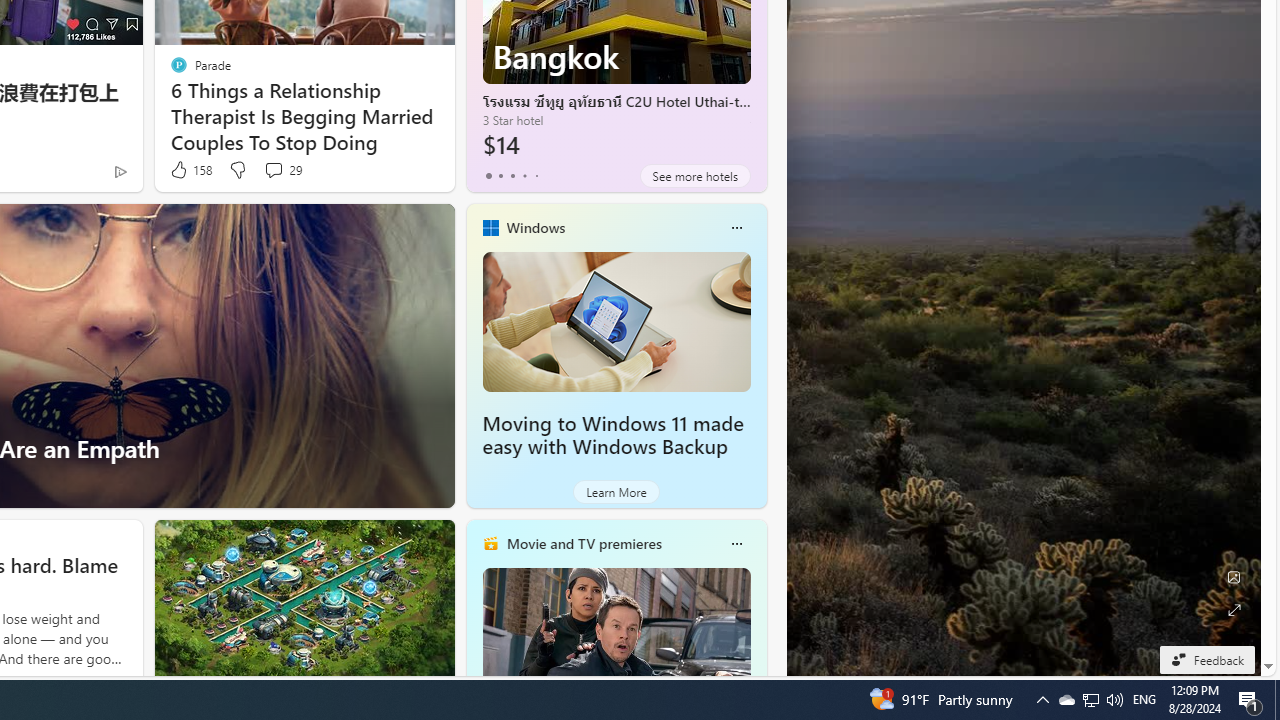 Image resolution: width=1280 pixels, height=720 pixels. What do you see at coordinates (190, 169) in the screenshot?
I see `'158 Like'` at bounding box center [190, 169].